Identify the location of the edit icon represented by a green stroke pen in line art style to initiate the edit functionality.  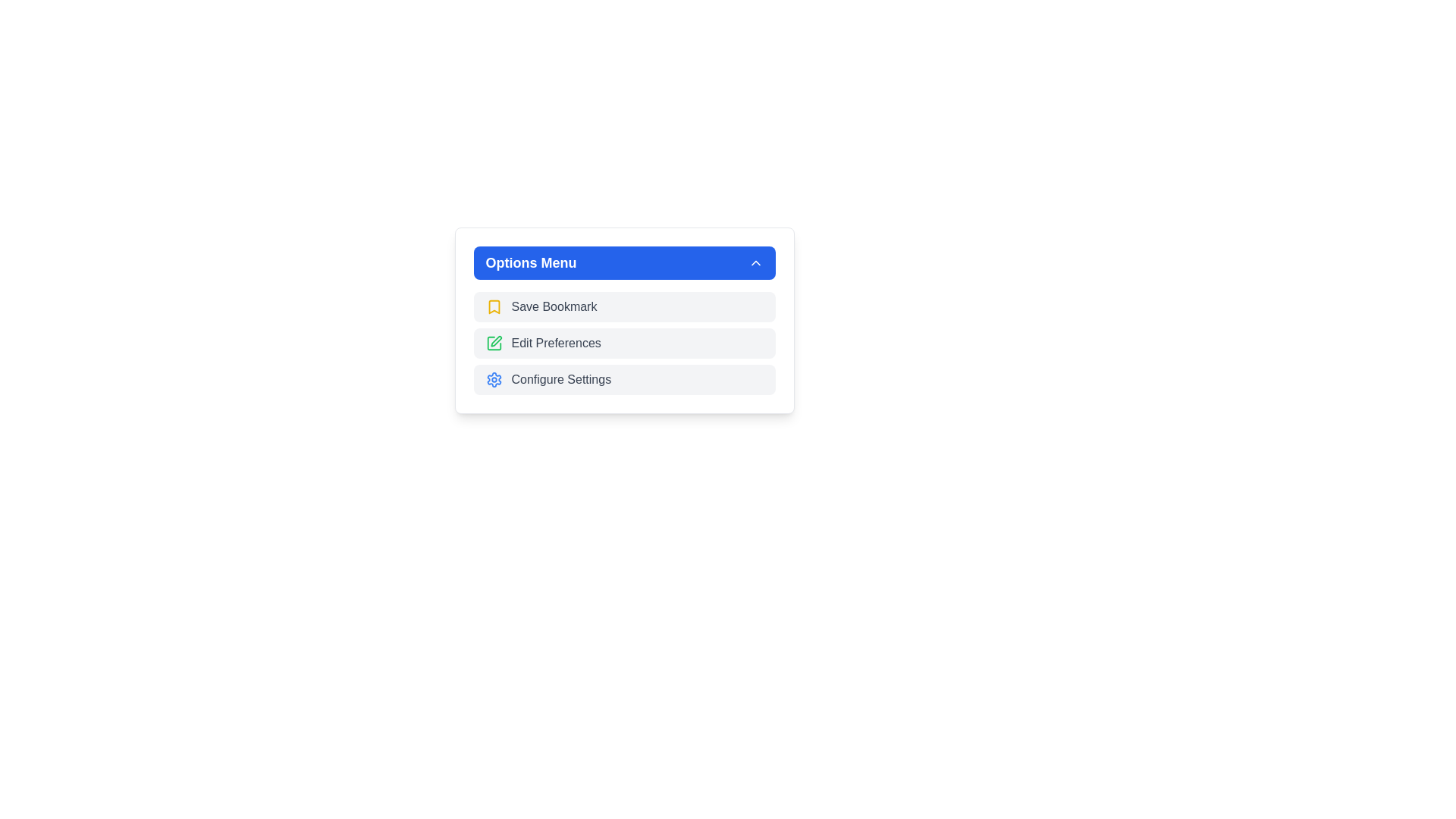
(496, 341).